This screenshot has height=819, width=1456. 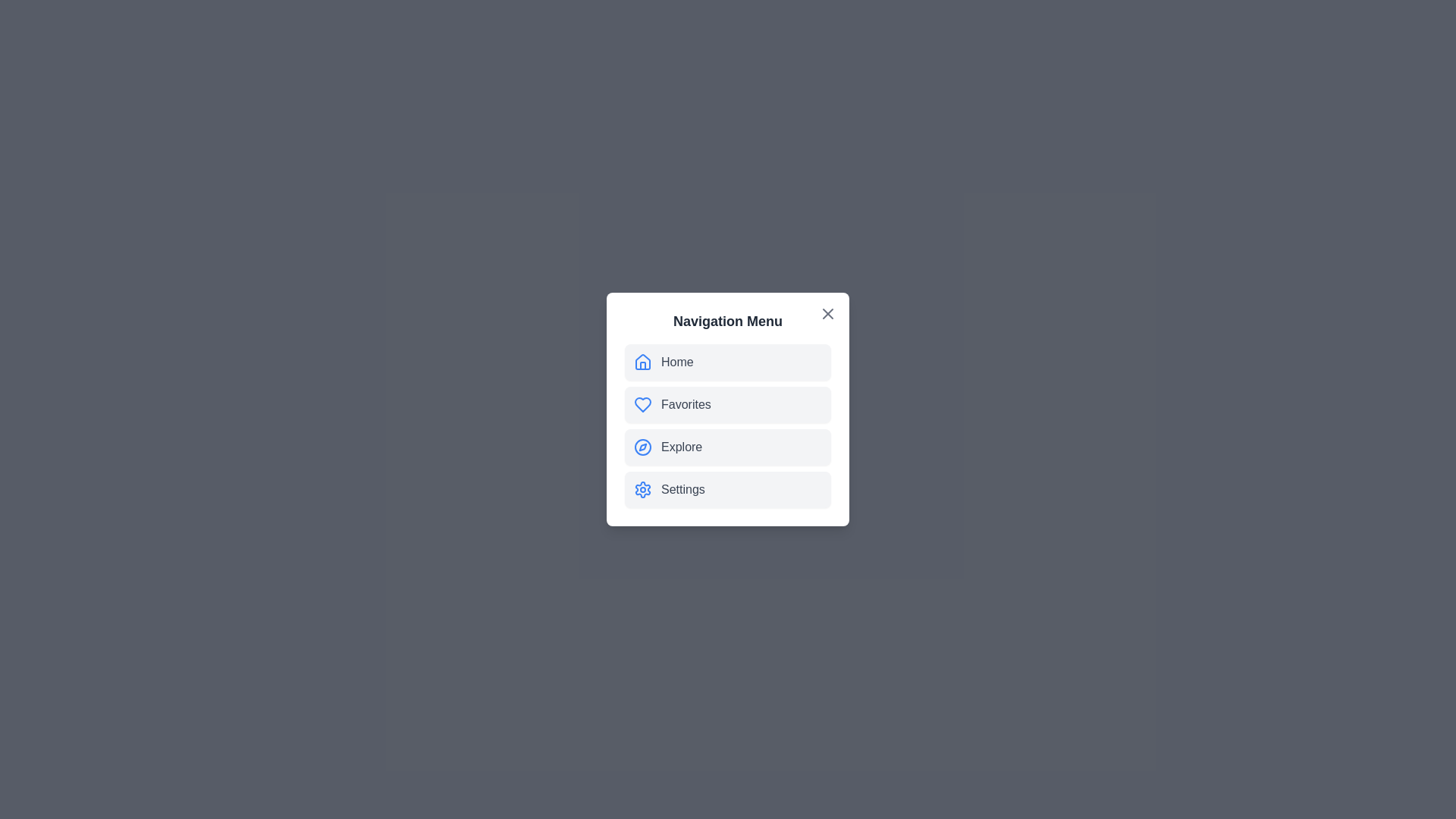 I want to click on the 'Explore' navigation item, so click(x=728, y=447).